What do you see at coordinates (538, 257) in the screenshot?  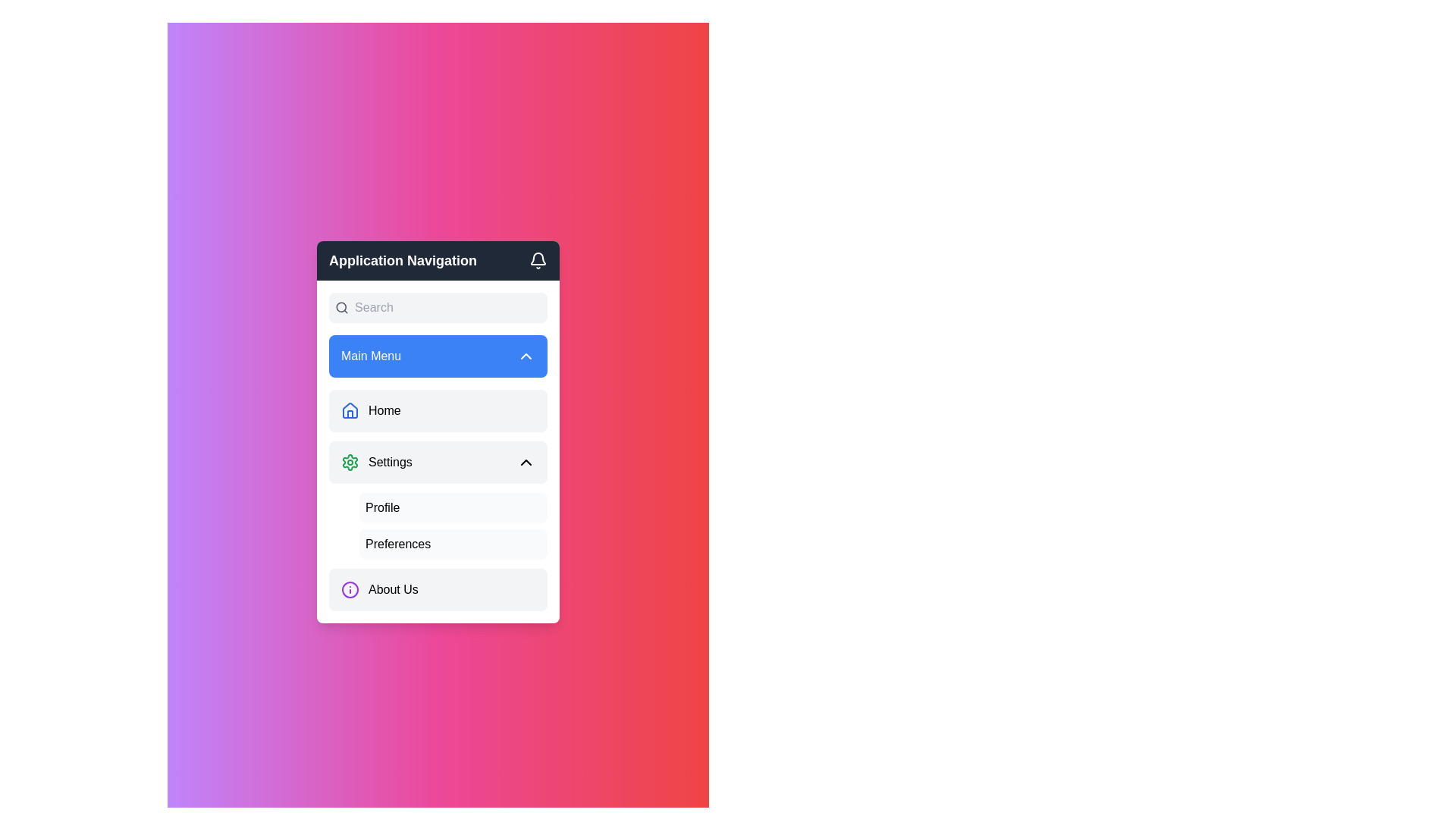 I see `on the bell notification icon located at the top-right corner of the application navigation interface` at bounding box center [538, 257].